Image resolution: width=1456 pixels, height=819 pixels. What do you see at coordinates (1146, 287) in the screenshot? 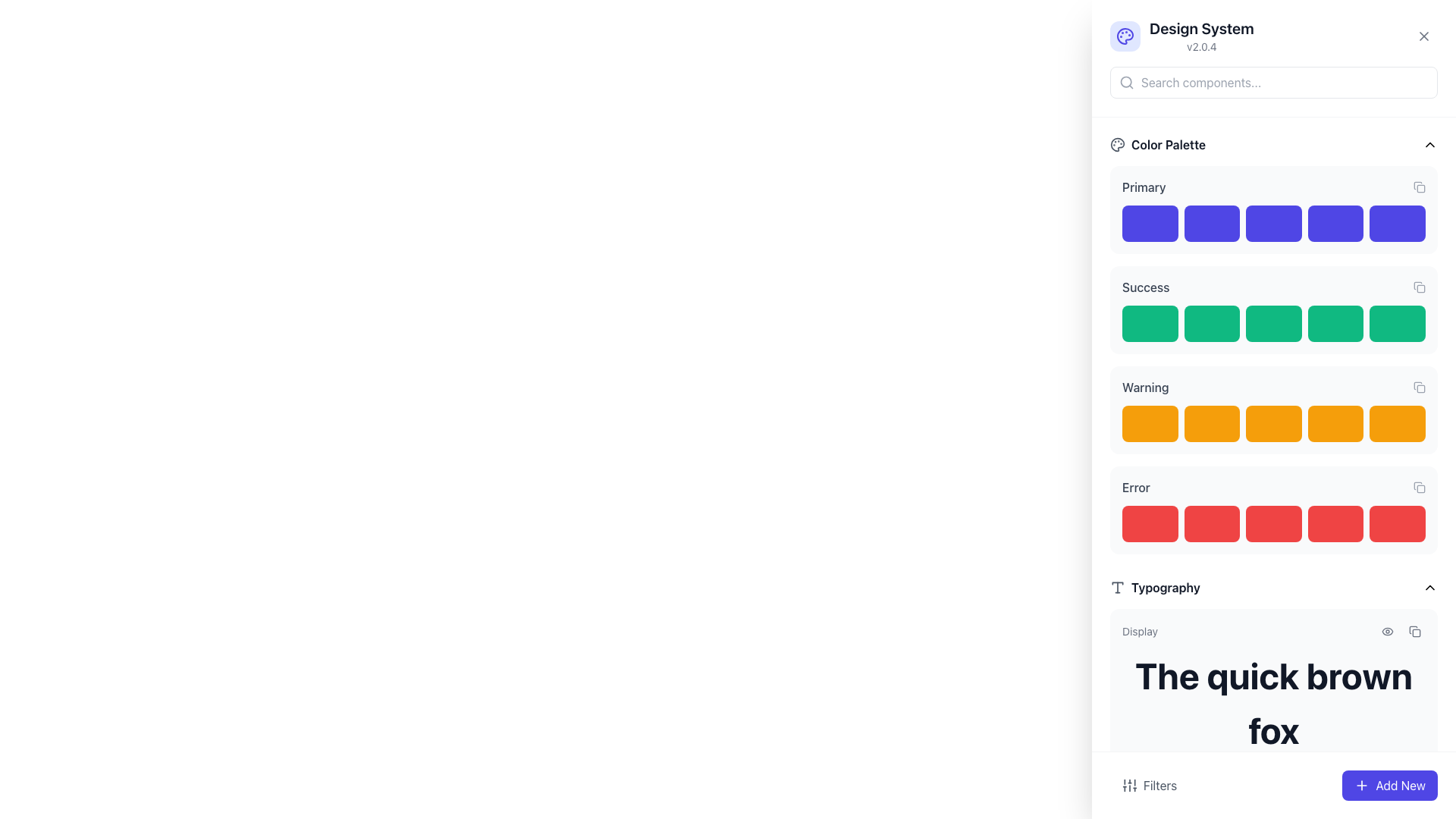
I see `the 'Success' text label located in the 'Color Palette' section, positioned above the green color swatches` at bounding box center [1146, 287].